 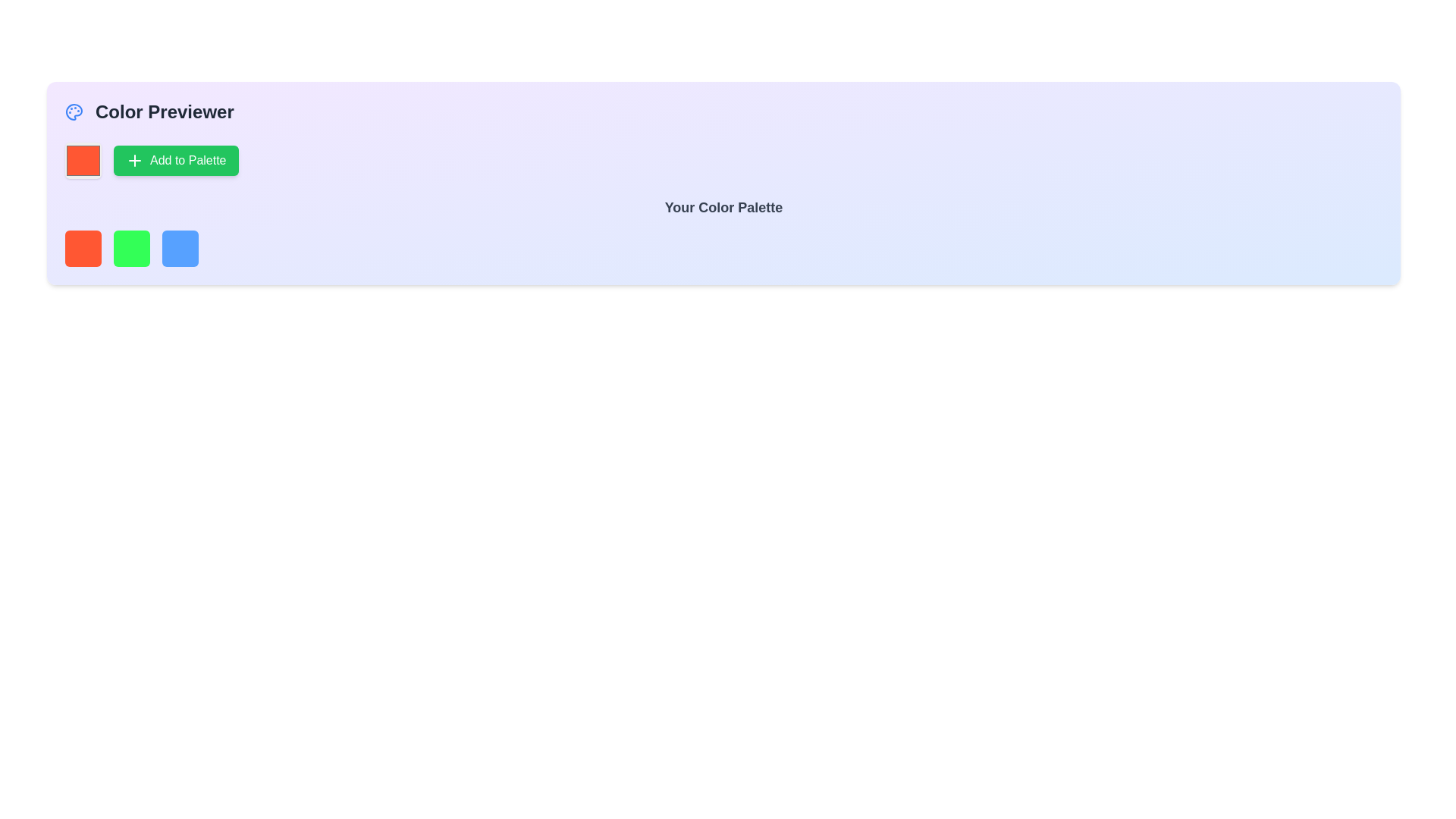 I want to click on the vibrant orange color block, which is the first square in a horizontal group of three colored squares at the lower section of the interface, so click(x=83, y=247).